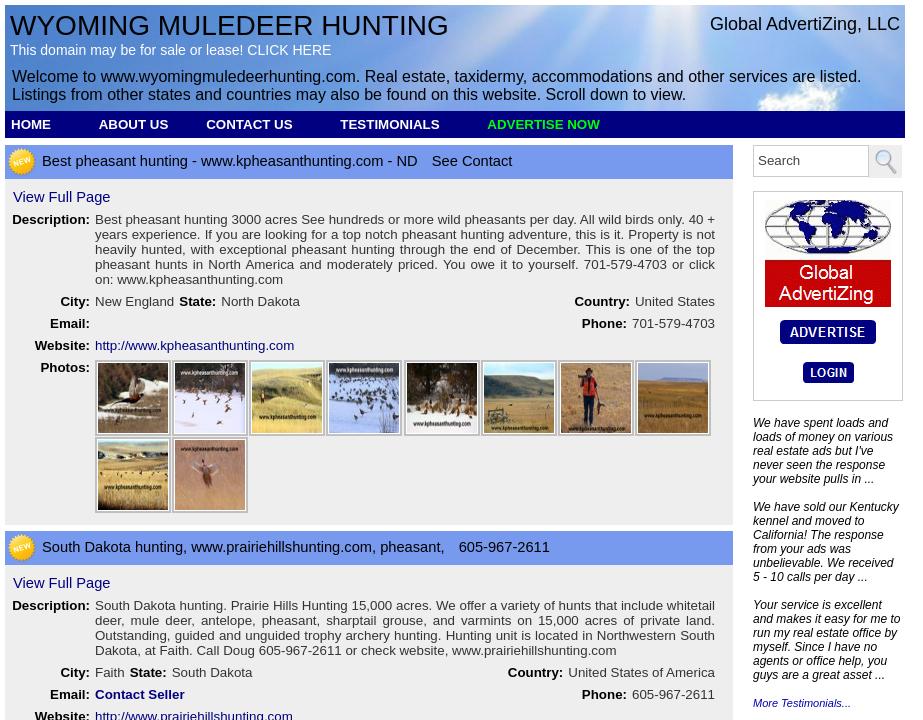  I want to click on 'More Testimonials...', so click(800, 702).